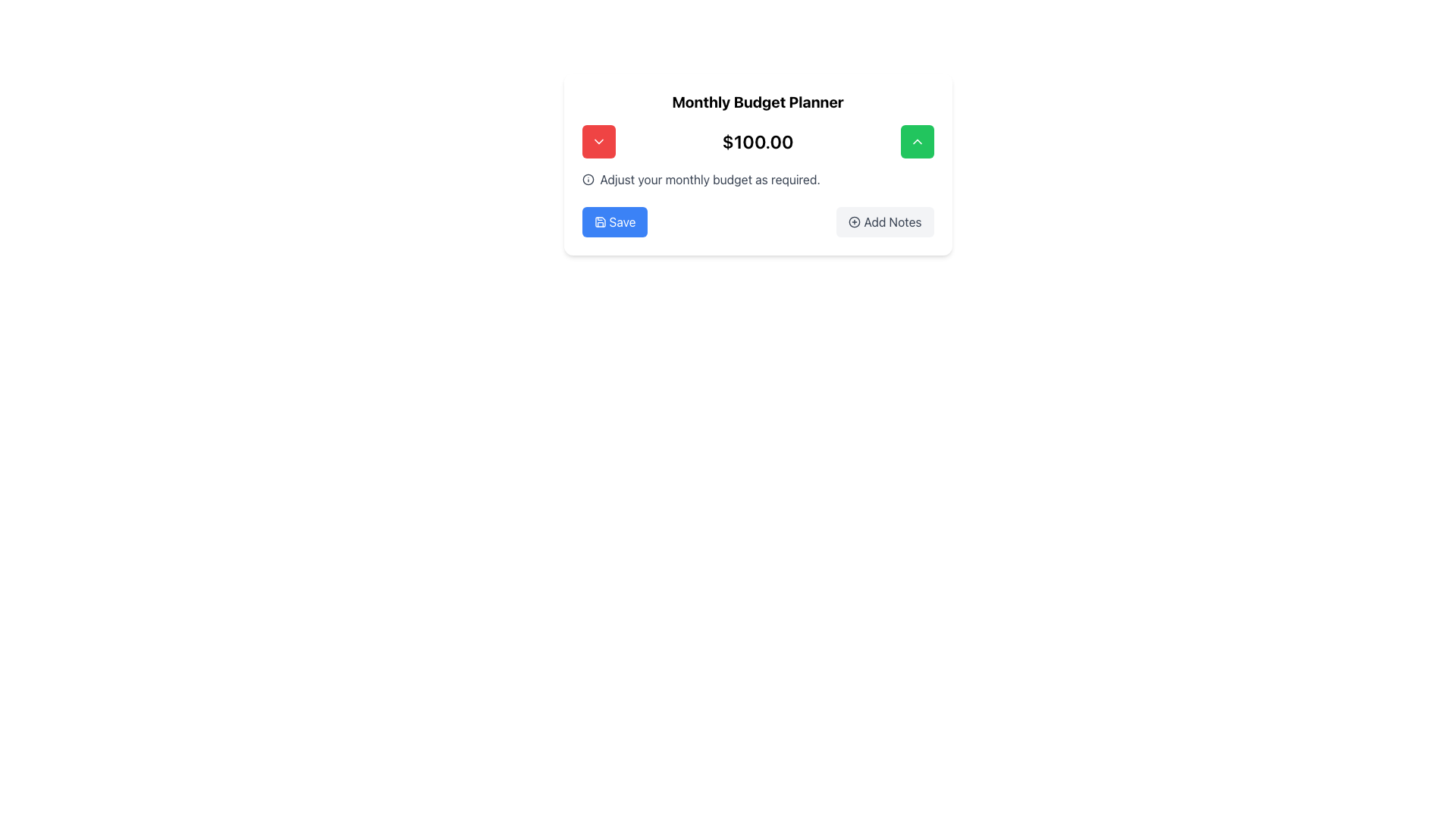 The width and height of the screenshot is (1456, 819). I want to click on the save icon, which is a blue floppy disk representation located at the bottom-left corner of the budget planning module, so click(599, 222).